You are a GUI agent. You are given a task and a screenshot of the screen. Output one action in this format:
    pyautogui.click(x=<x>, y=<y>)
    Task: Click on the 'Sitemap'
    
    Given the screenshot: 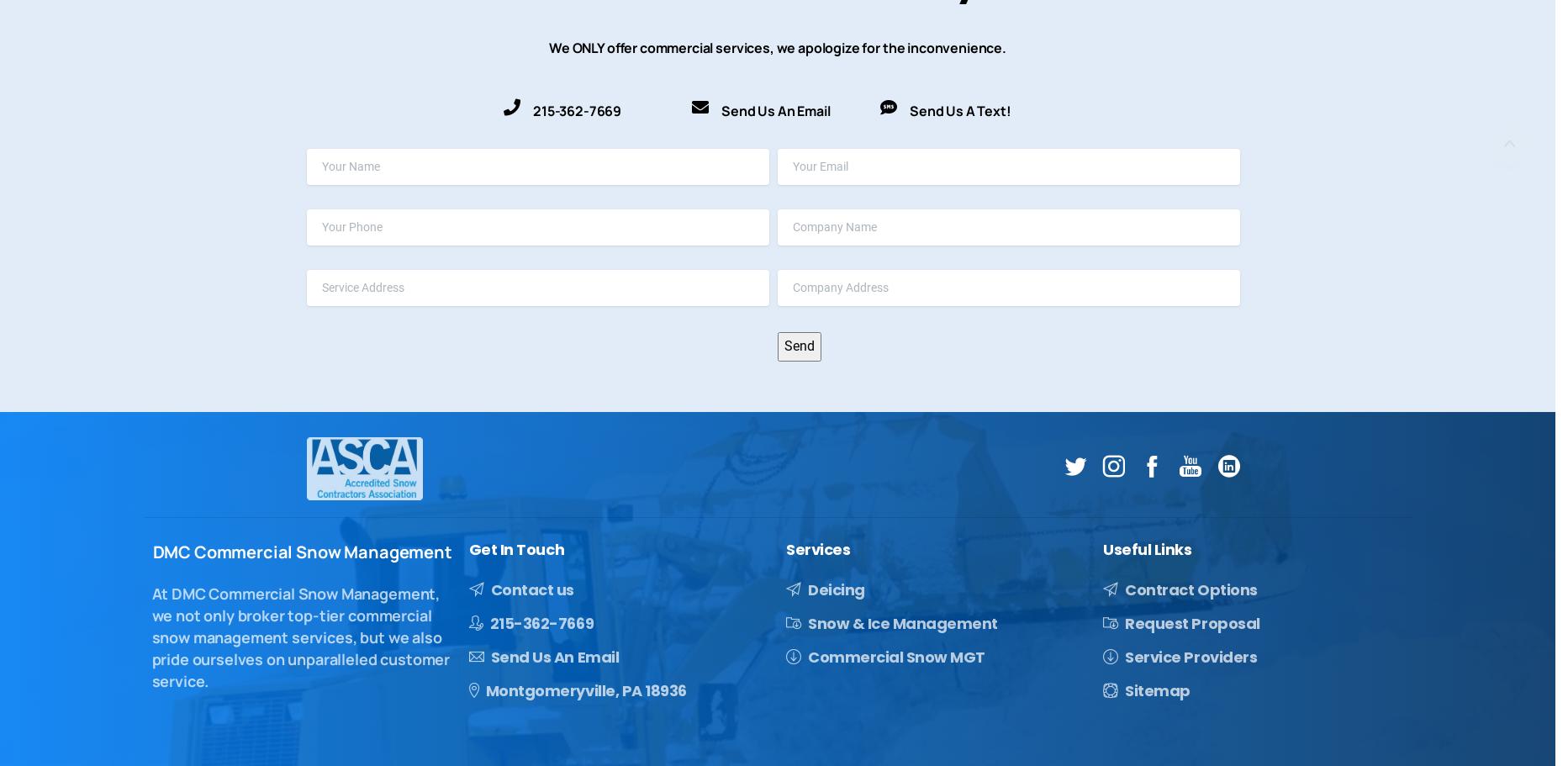 What is the action you would take?
    pyautogui.click(x=1123, y=689)
    